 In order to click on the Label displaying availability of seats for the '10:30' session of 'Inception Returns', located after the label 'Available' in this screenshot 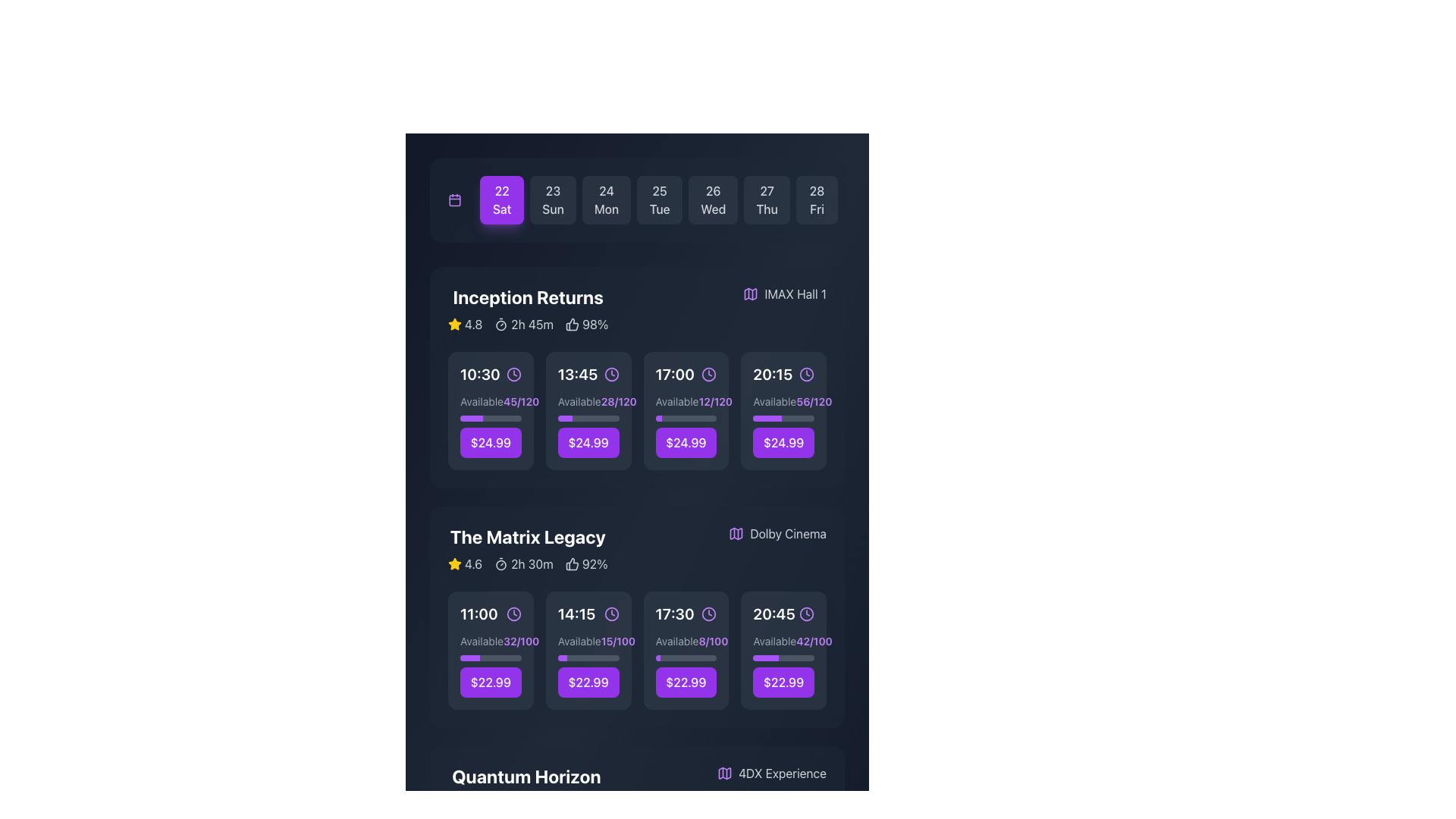, I will do `click(521, 400)`.